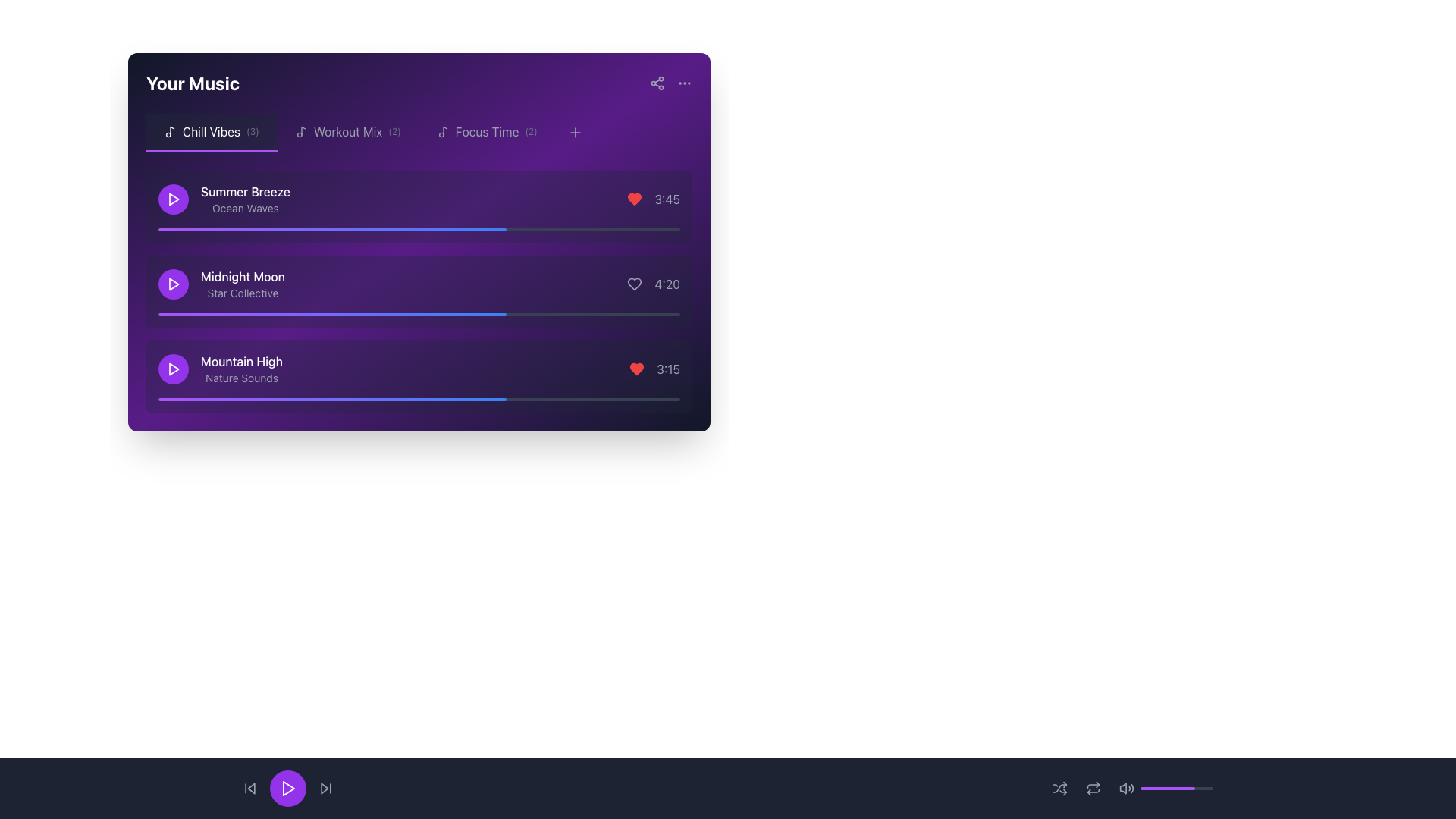 The image size is (1456, 819). I want to click on the progress bar located directly underneath the 'Midnight Moon' song title in the middle card of the three-song list within the 'Your Music' panel, so click(419, 314).